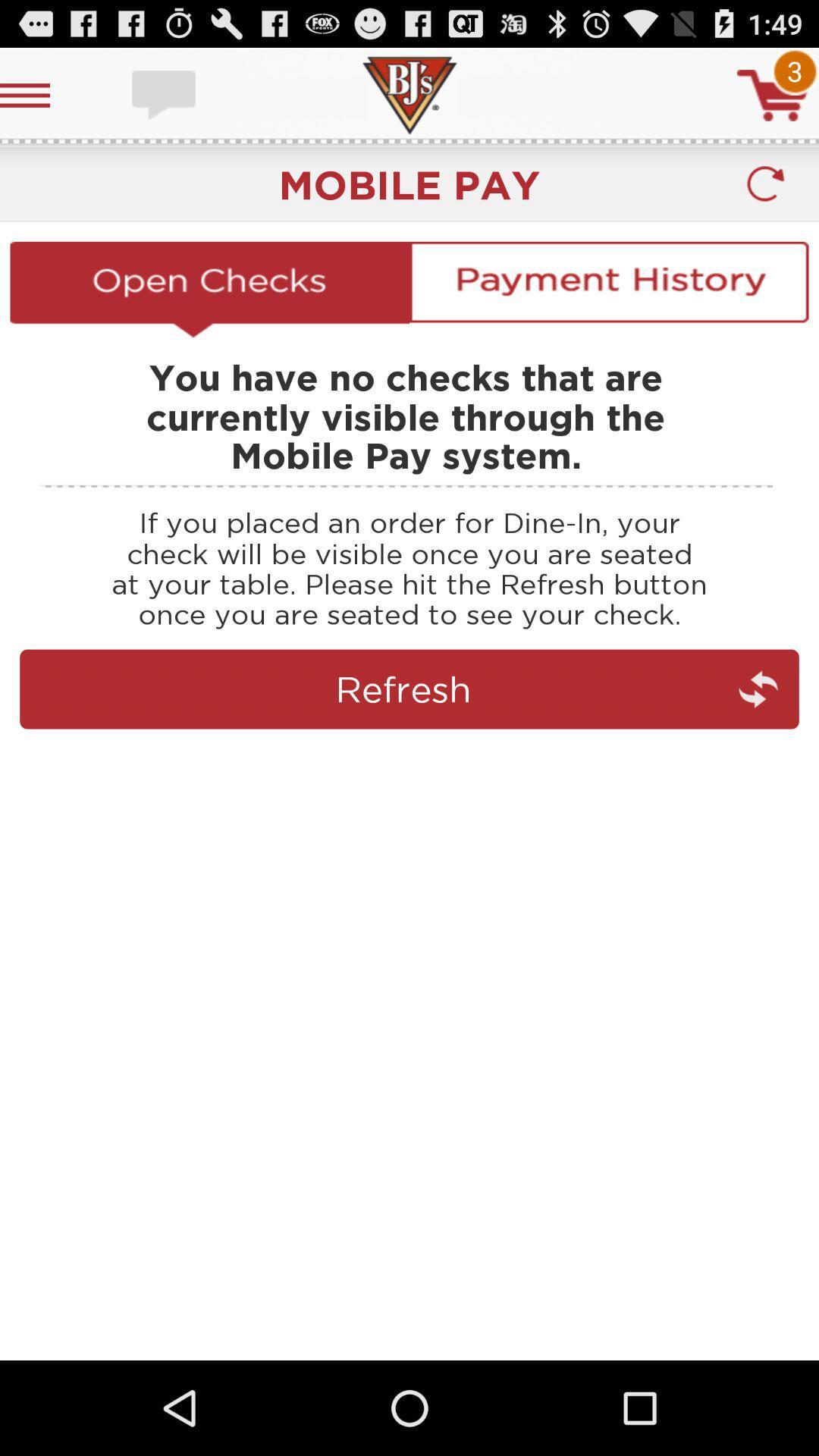 The height and width of the screenshot is (1456, 819). I want to click on refresh button, so click(765, 184).